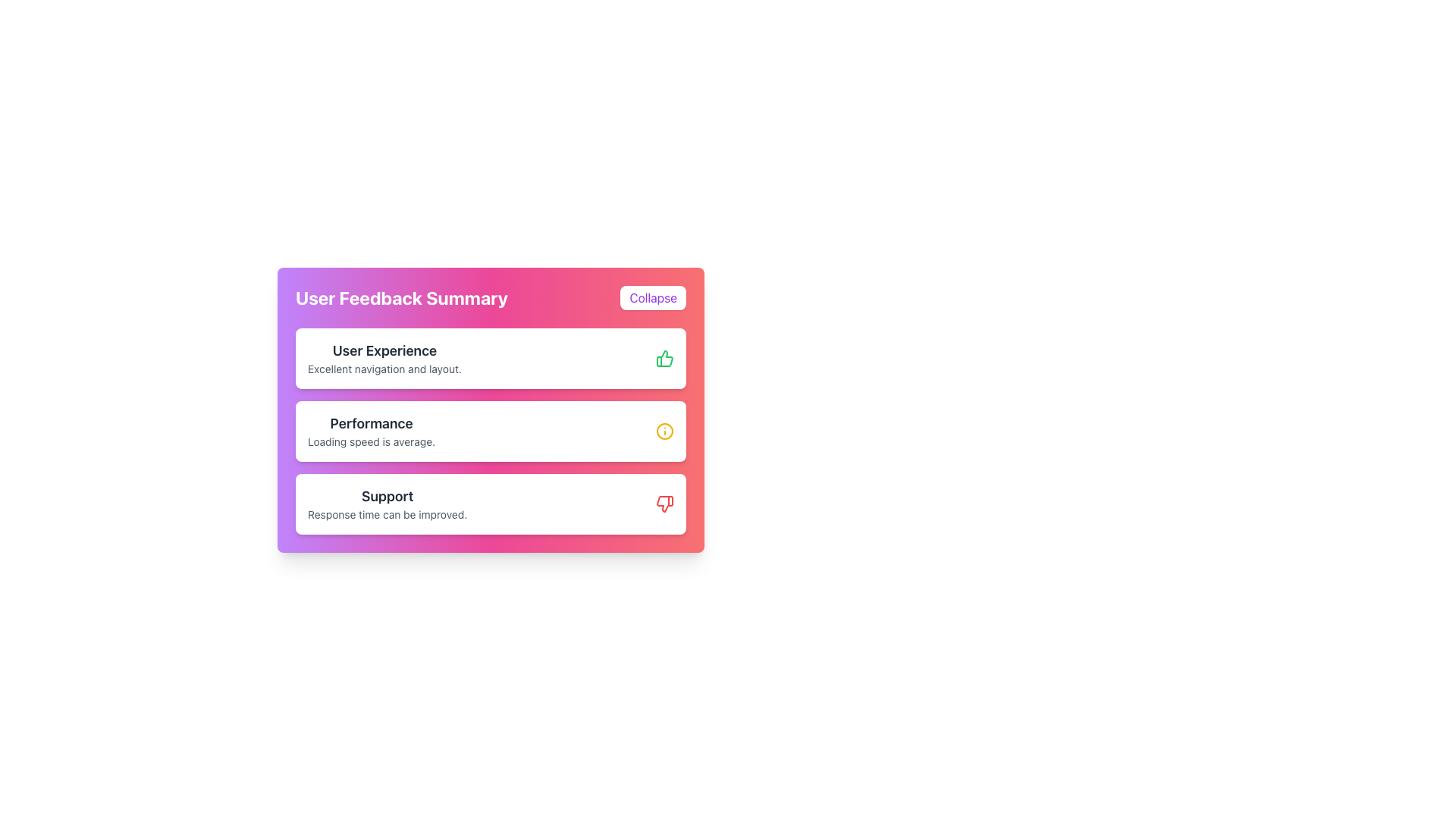 The height and width of the screenshot is (819, 1456). Describe the element at coordinates (372, 431) in the screenshot. I see `the 'Performance' text in the Information Card` at that location.